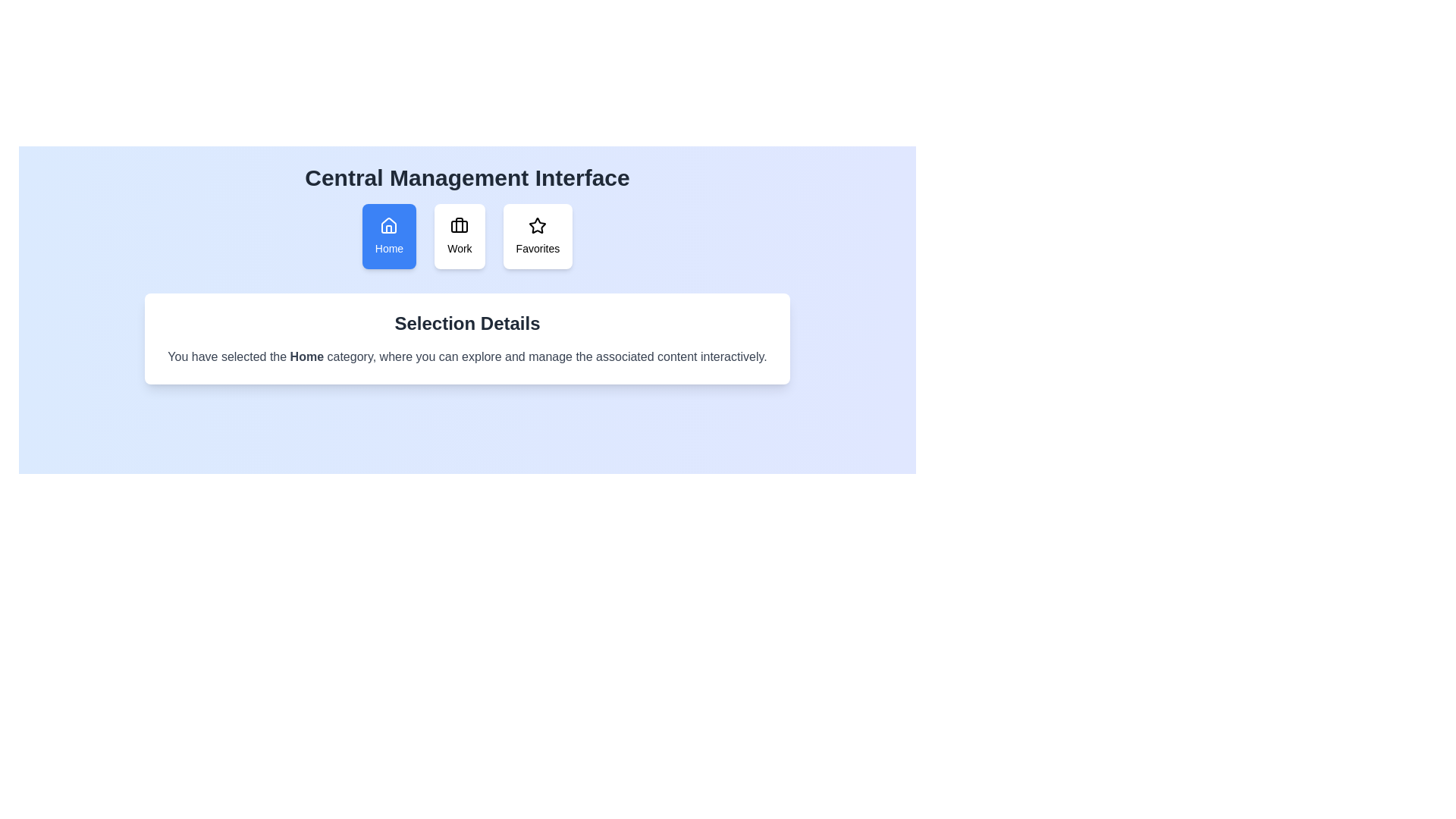  Describe the element at coordinates (389, 229) in the screenshot. I see `the decorative icon segment of the house icon, which is part of the 'Home' button, located in the central vertical section of the icon` at that location.